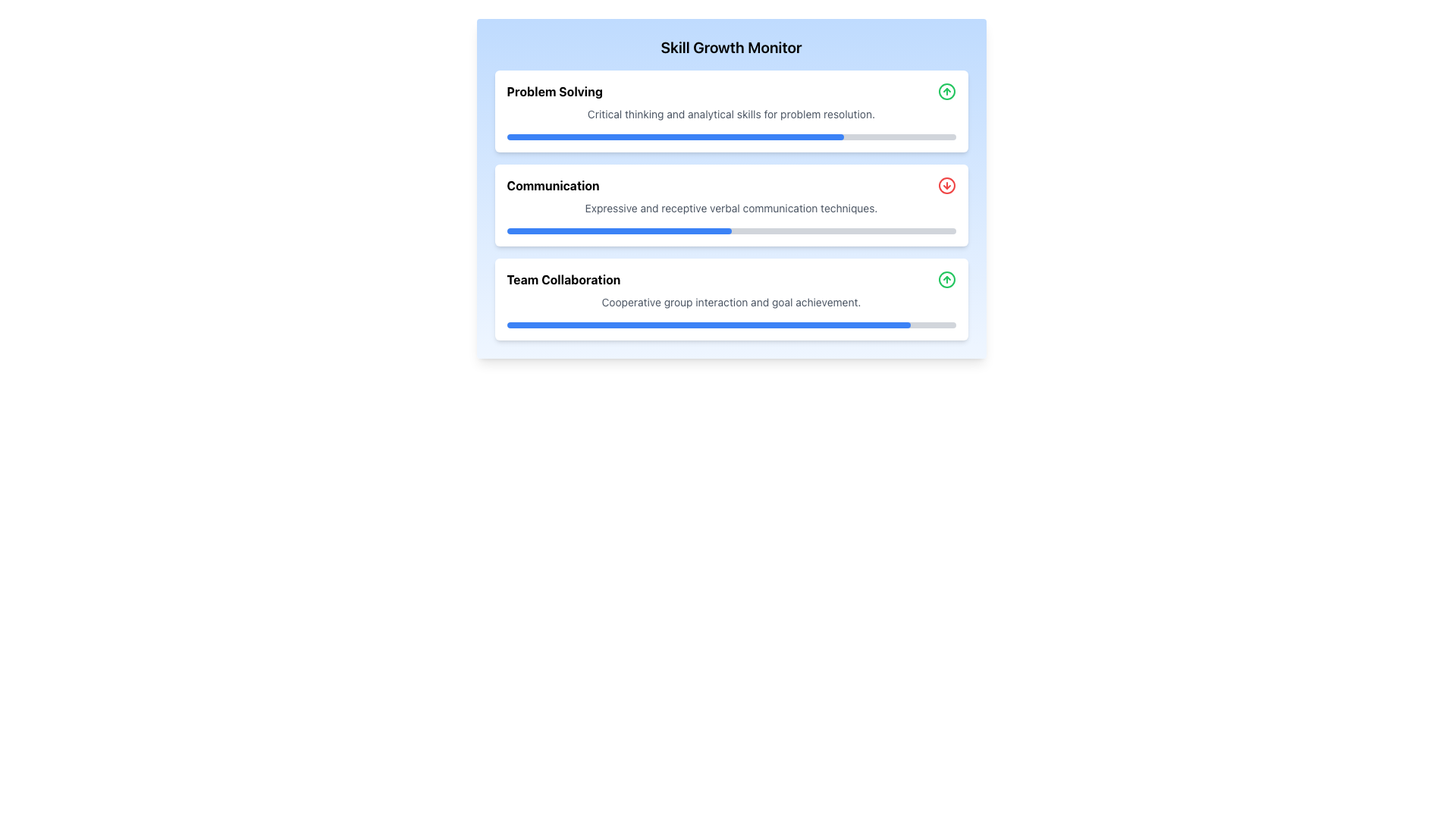  Describe the element at coordinates (674, 137) in the screenshot. I see `the blue solid color progress bar segment with rounded edges that is located underneath the 'Problem Solving' title, representing a completed segment of the progress bar` at that location.